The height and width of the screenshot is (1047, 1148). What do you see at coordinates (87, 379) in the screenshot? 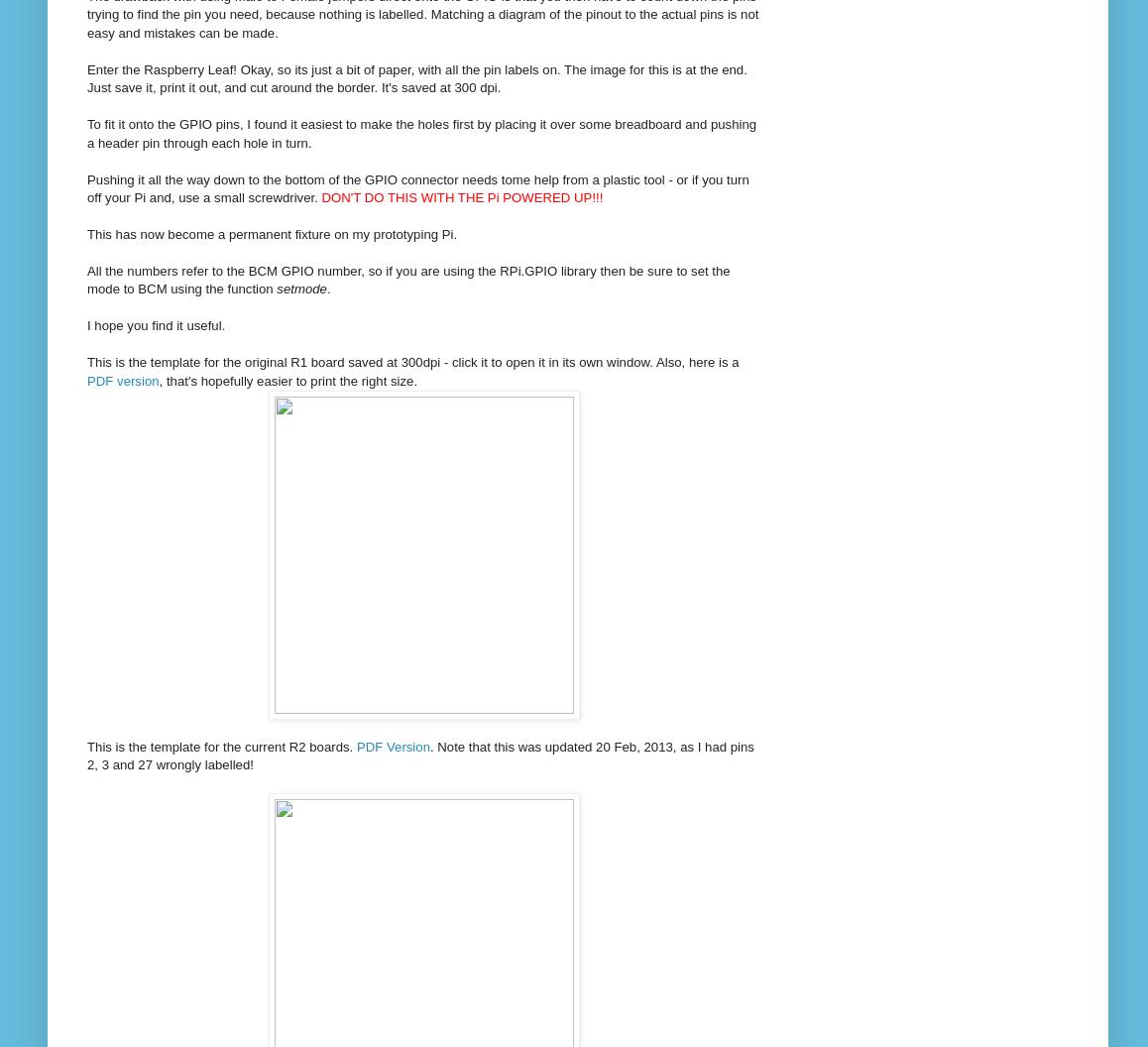
I see `'PDF version'` at bounding box center [87, 379].